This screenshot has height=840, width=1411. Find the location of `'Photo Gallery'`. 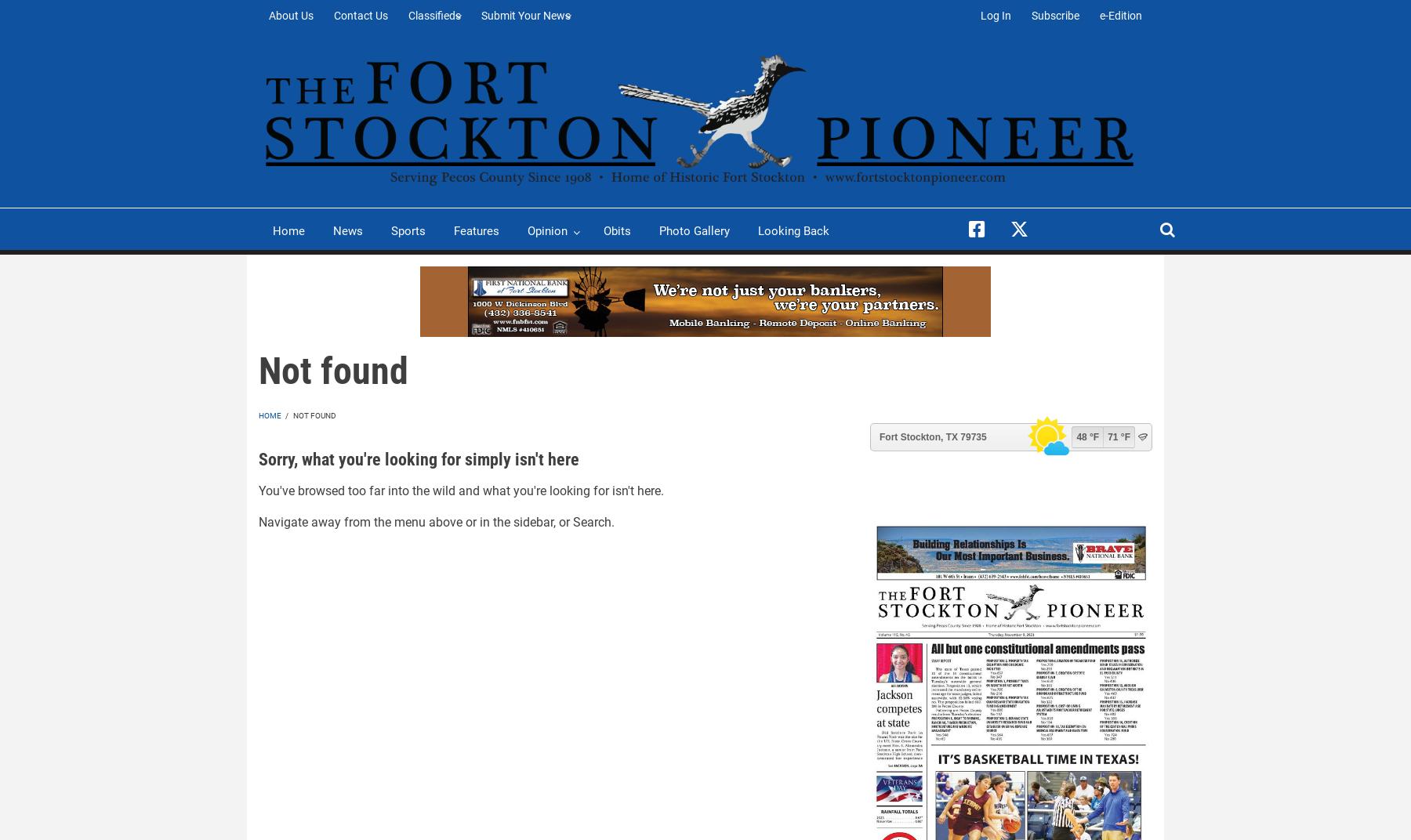

'Photo Gallery' is located at coordinates (694, 230).